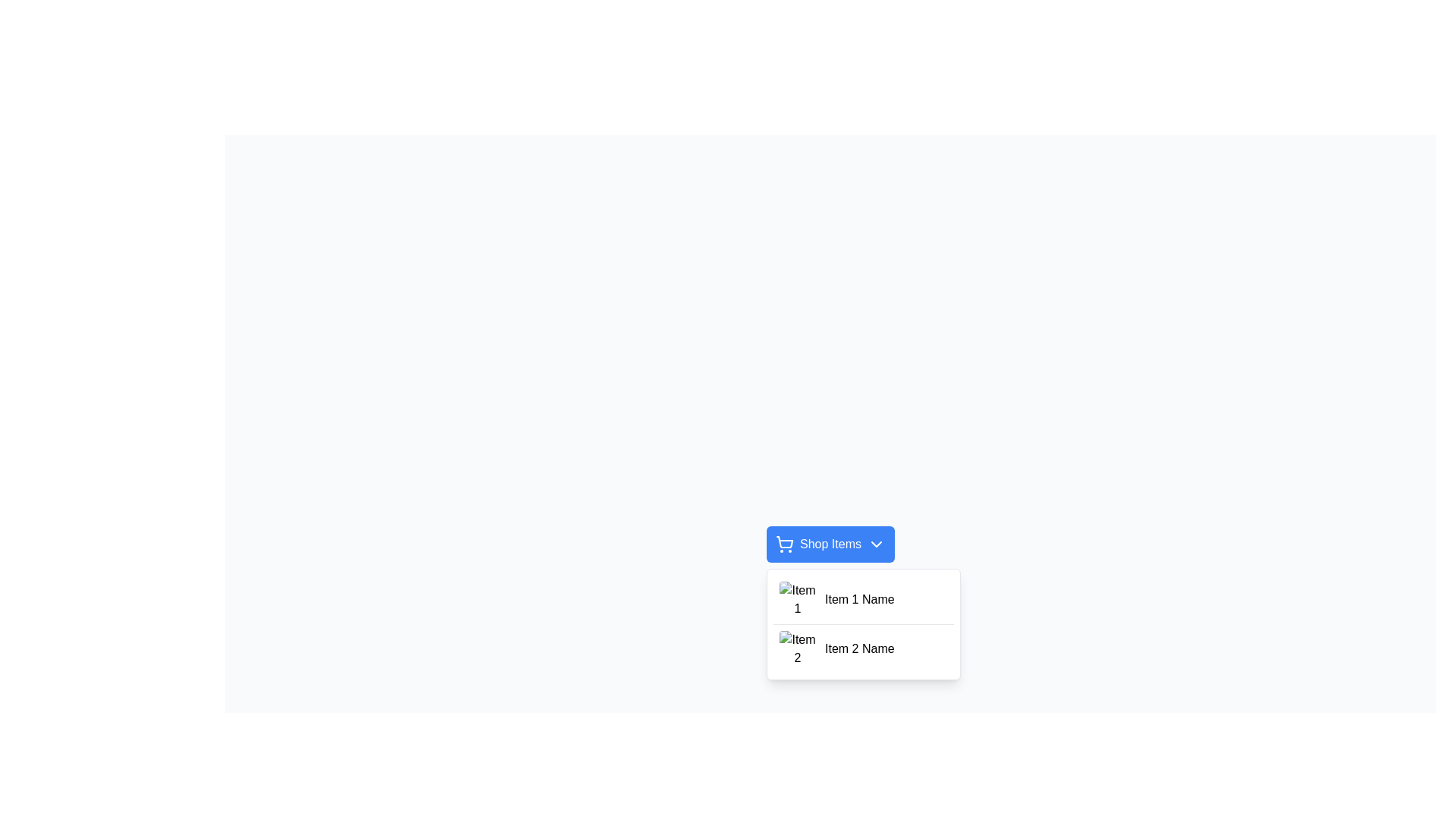  I want to click on the shopping cart icon, which is located to the left of the 'Shop Items' button and adjacent to a chevron-down icon, so click(785, 543).